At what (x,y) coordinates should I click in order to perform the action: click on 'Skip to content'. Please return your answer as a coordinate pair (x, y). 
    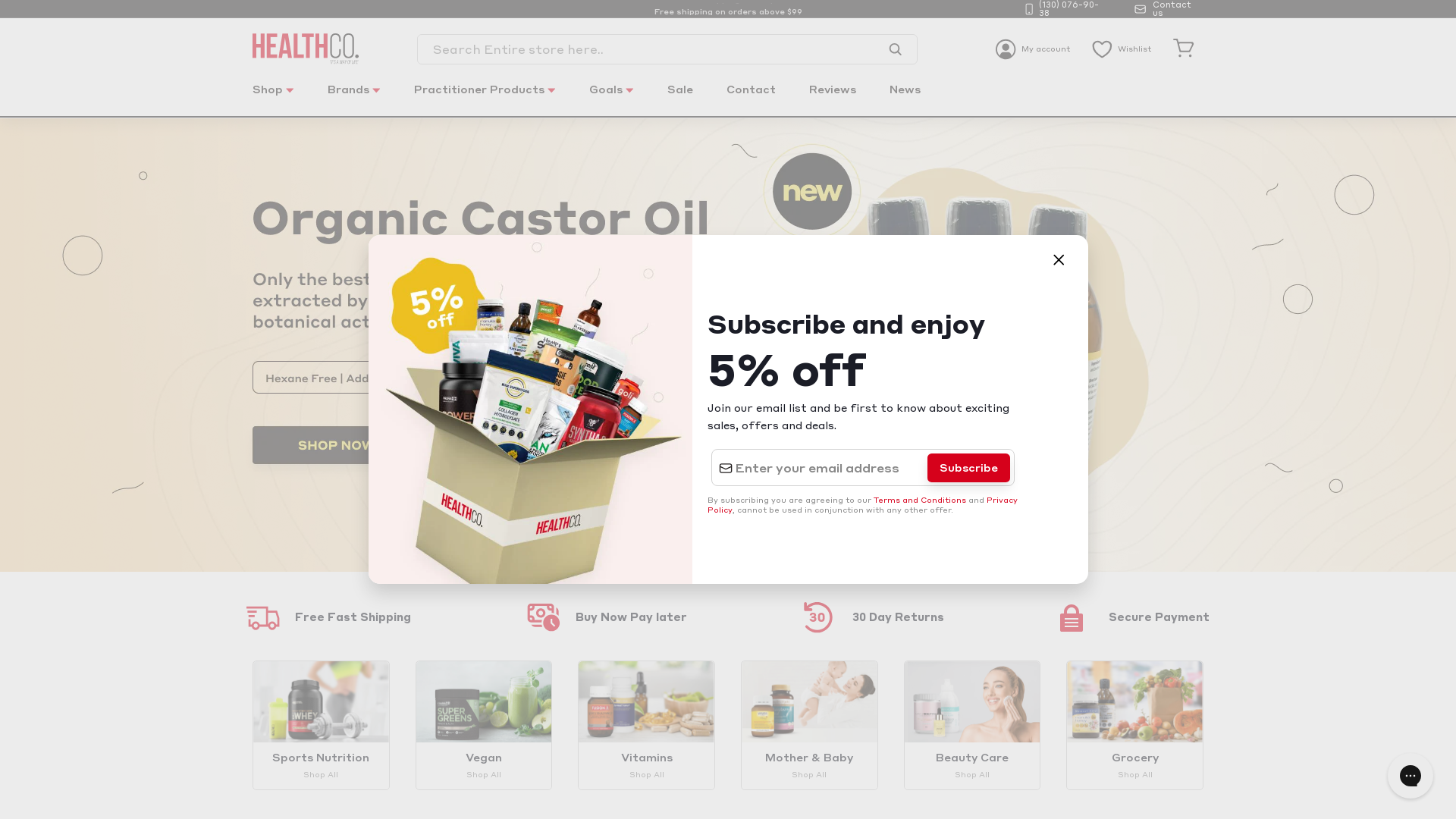
    Looking at the image, I should click on (0, 0).